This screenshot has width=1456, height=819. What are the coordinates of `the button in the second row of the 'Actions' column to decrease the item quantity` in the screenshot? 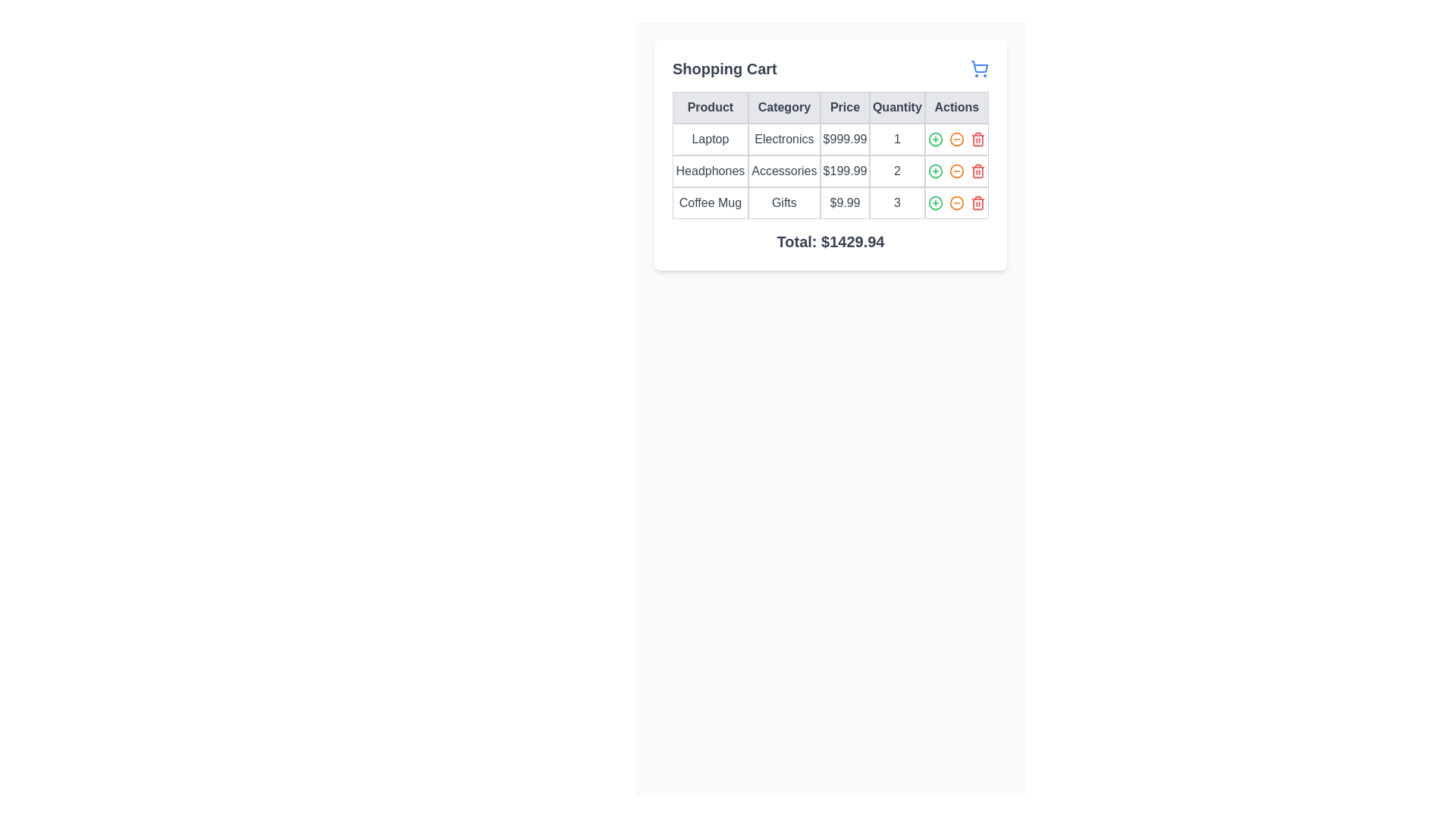 It's located at (955, 171).